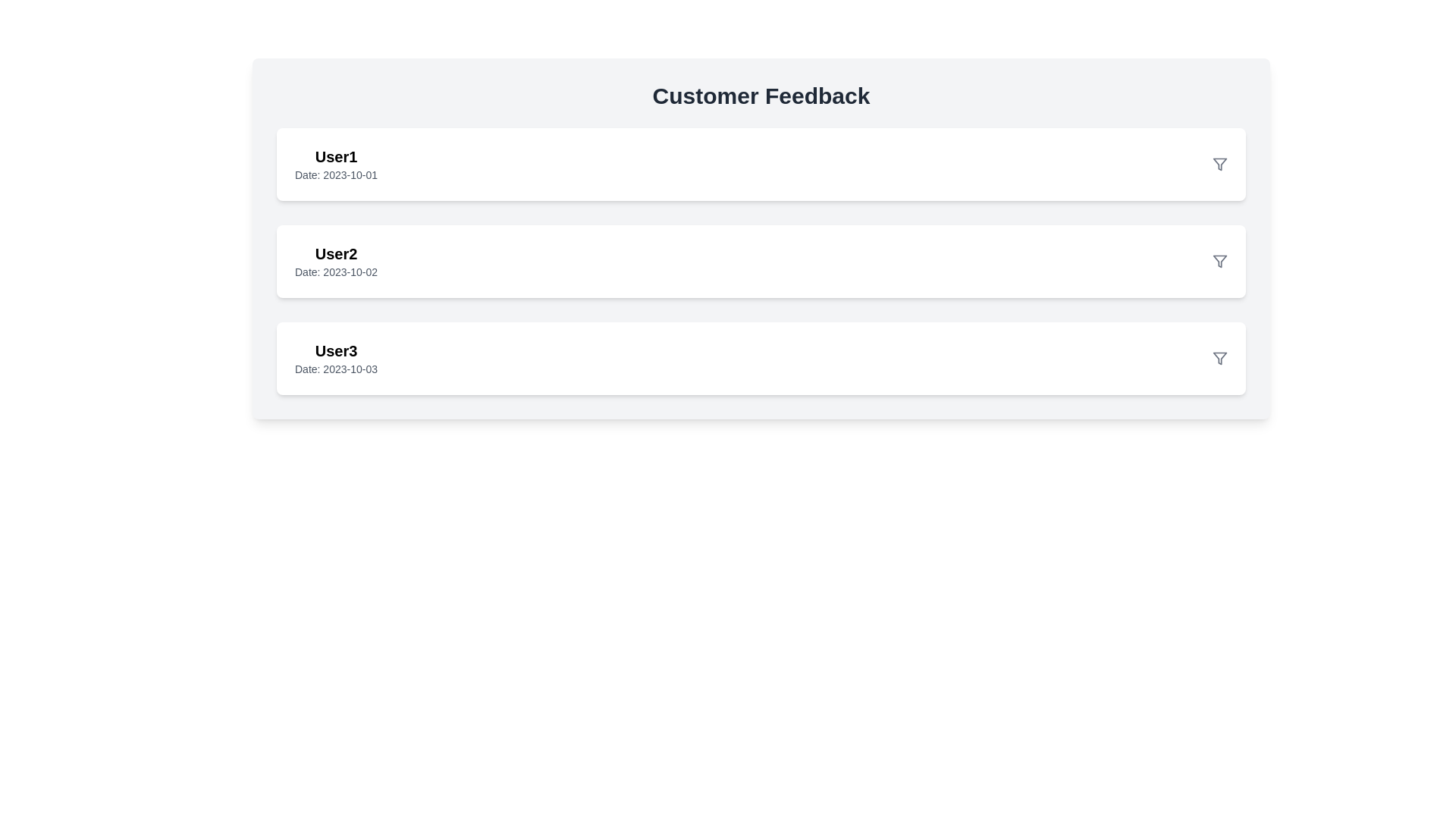 The height and width of the screenshot is (819, 1456). Describe the element at coordinates (335, 174) in the screenshot. I see `the text label displaying 'Date: 2023-10-01', which is styled in a smaller font size and lighter gray color, located below 'User1' within the user item card` at that location.